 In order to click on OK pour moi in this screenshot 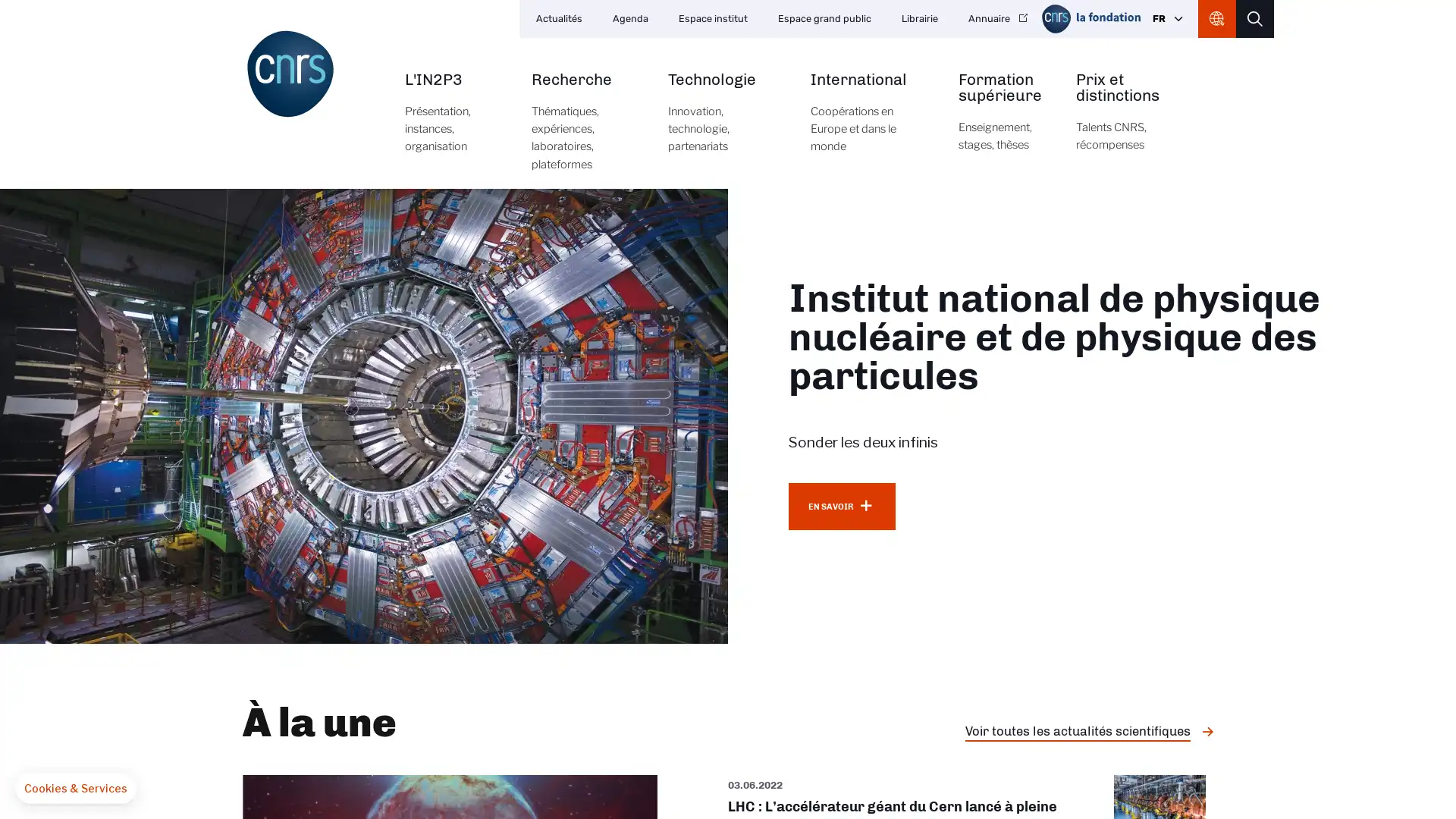, I will do `click(280, 742)`.